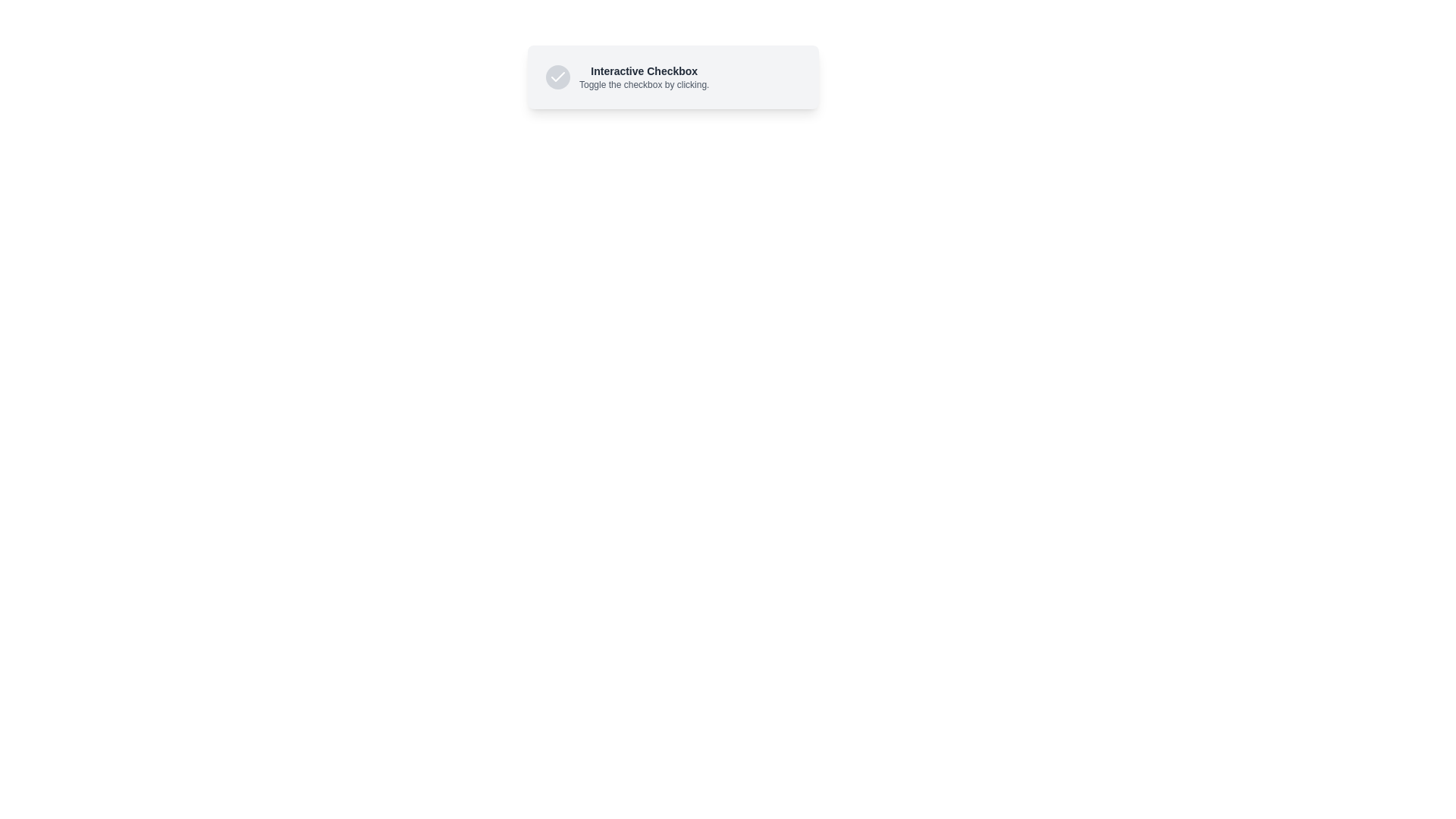 Image resolution: width=1456 pixels, height=819 pixels. What do you see at coordinates (644, 77) in the screenshot?
I see `the 'Interactive Checkbox' text label, which consists of a larger bolded text and a smaller lighter description, located on a light background panel adjacent to the interactive checkbox` at bounding box center [644, 77].